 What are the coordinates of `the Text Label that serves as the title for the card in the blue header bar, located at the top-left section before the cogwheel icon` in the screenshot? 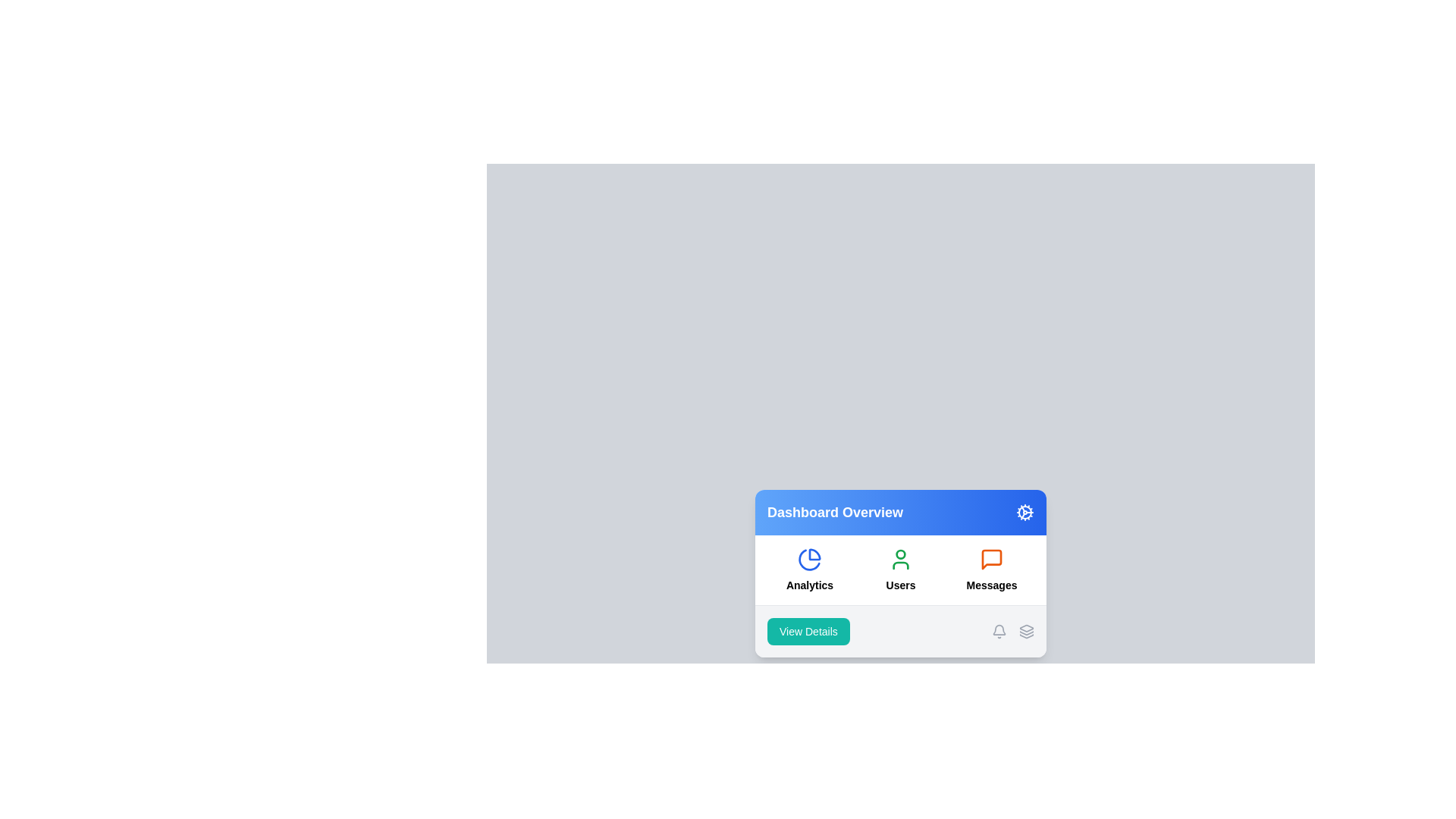 It's located at (834, 512).